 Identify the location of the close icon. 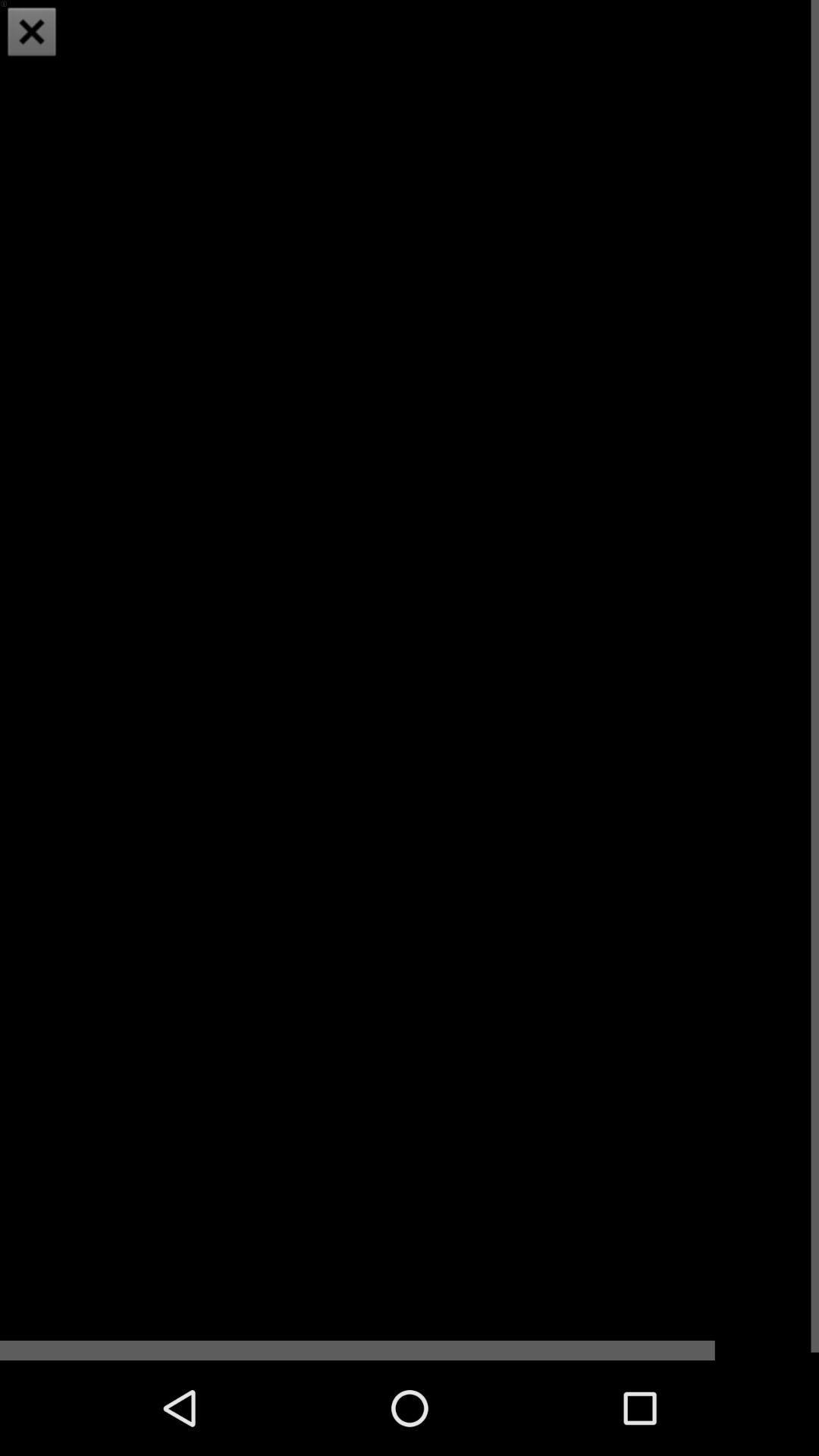
(32, 33).